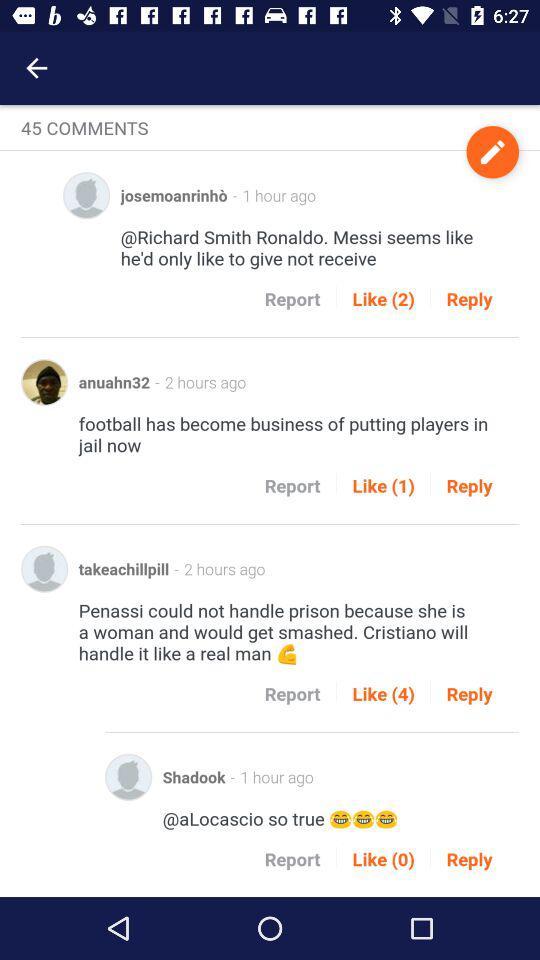 This screenshot has width=540, height=960. I want to click on the icon above 45 comments item, so click(36, 68).